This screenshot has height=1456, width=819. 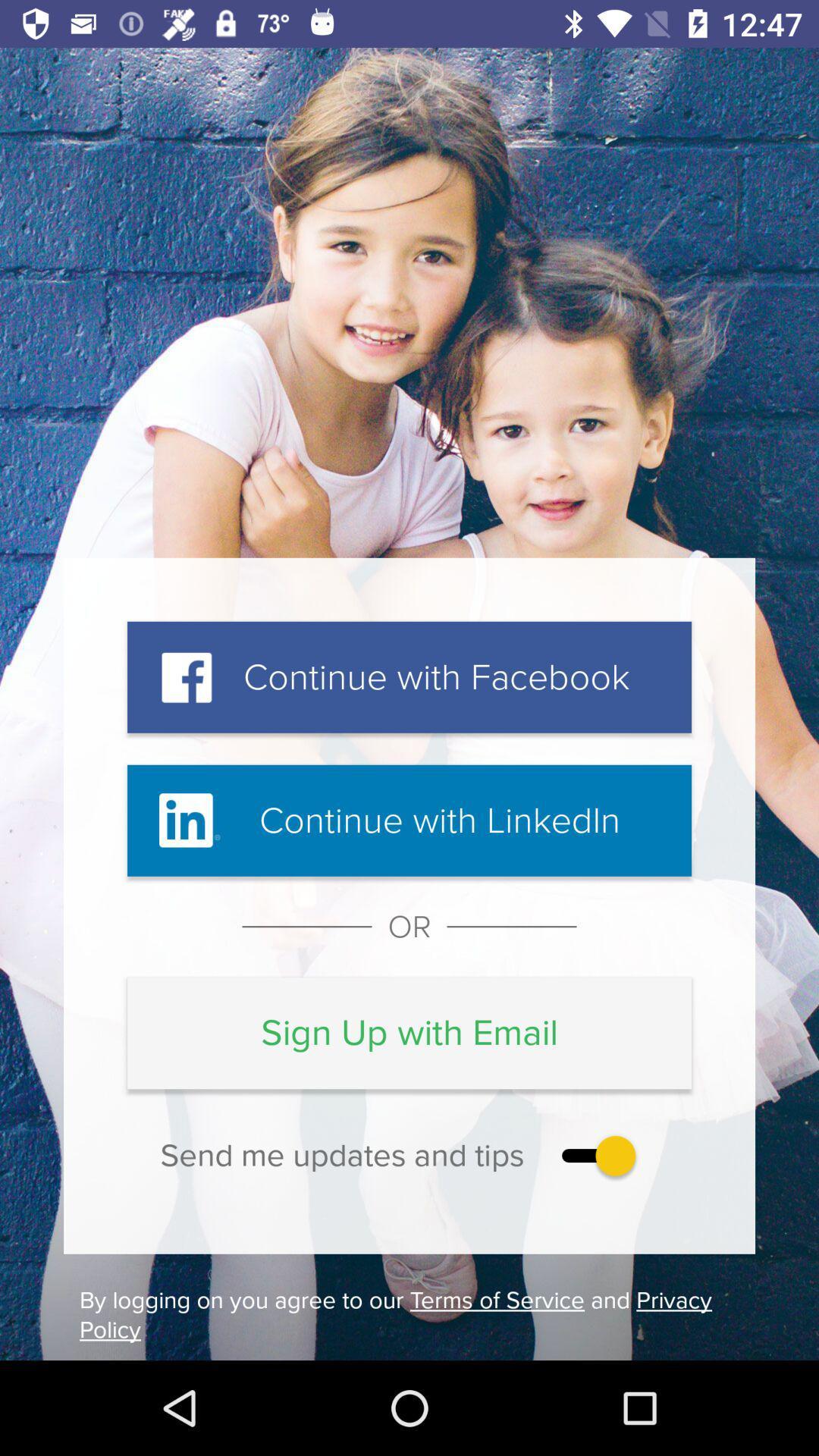 I want to click on the item below the or icon, so click(x=409, y=1032).